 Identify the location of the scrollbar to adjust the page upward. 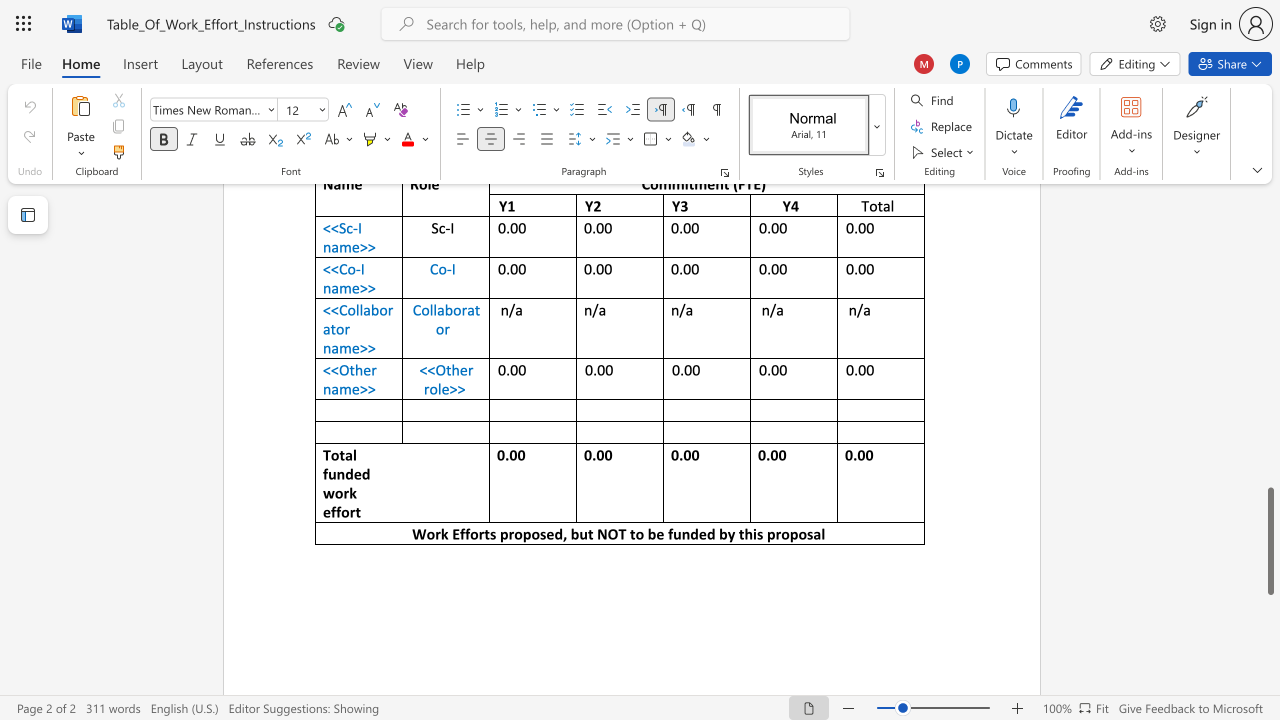
(1269, 460).